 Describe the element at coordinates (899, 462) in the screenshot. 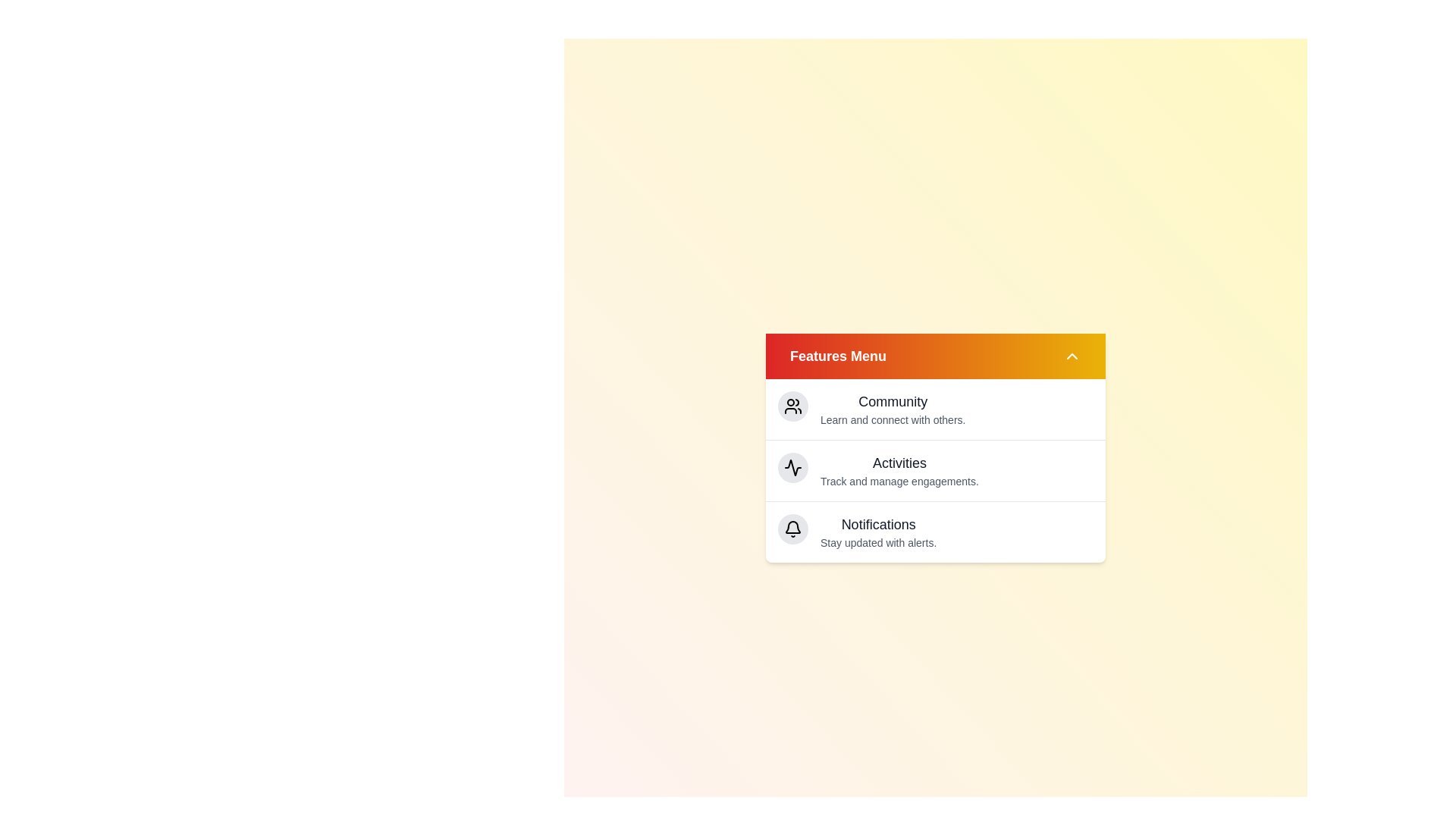

I see `the menu item Activities from the list` at that location.